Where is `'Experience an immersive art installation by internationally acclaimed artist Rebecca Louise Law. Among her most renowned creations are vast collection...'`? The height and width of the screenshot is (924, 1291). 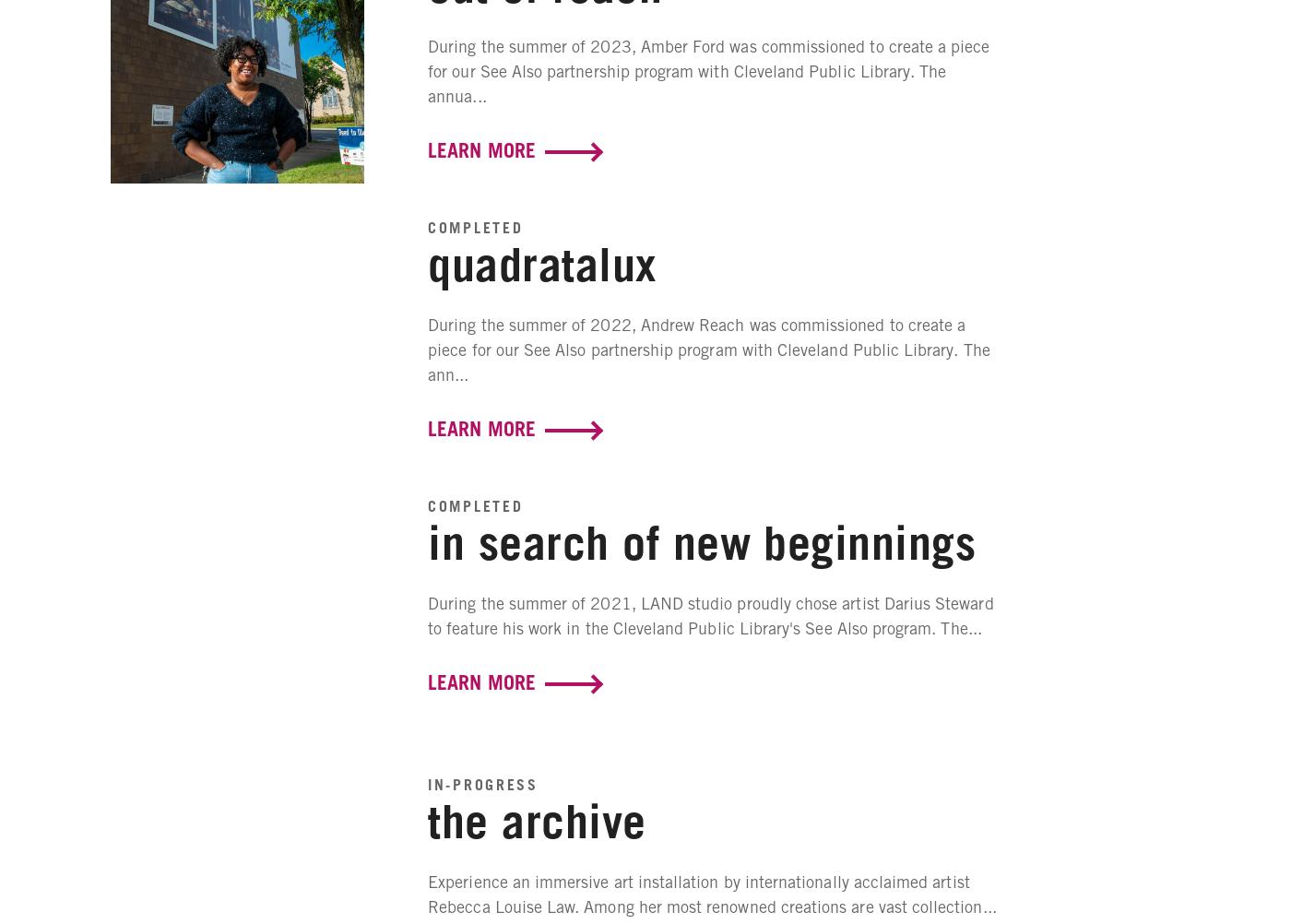
'Experience an immersive art installation by internationally acclaimed artist Rebecca Louise Law. Among her most renowned creations are vast collection...' is located at coordinates (711, 893).